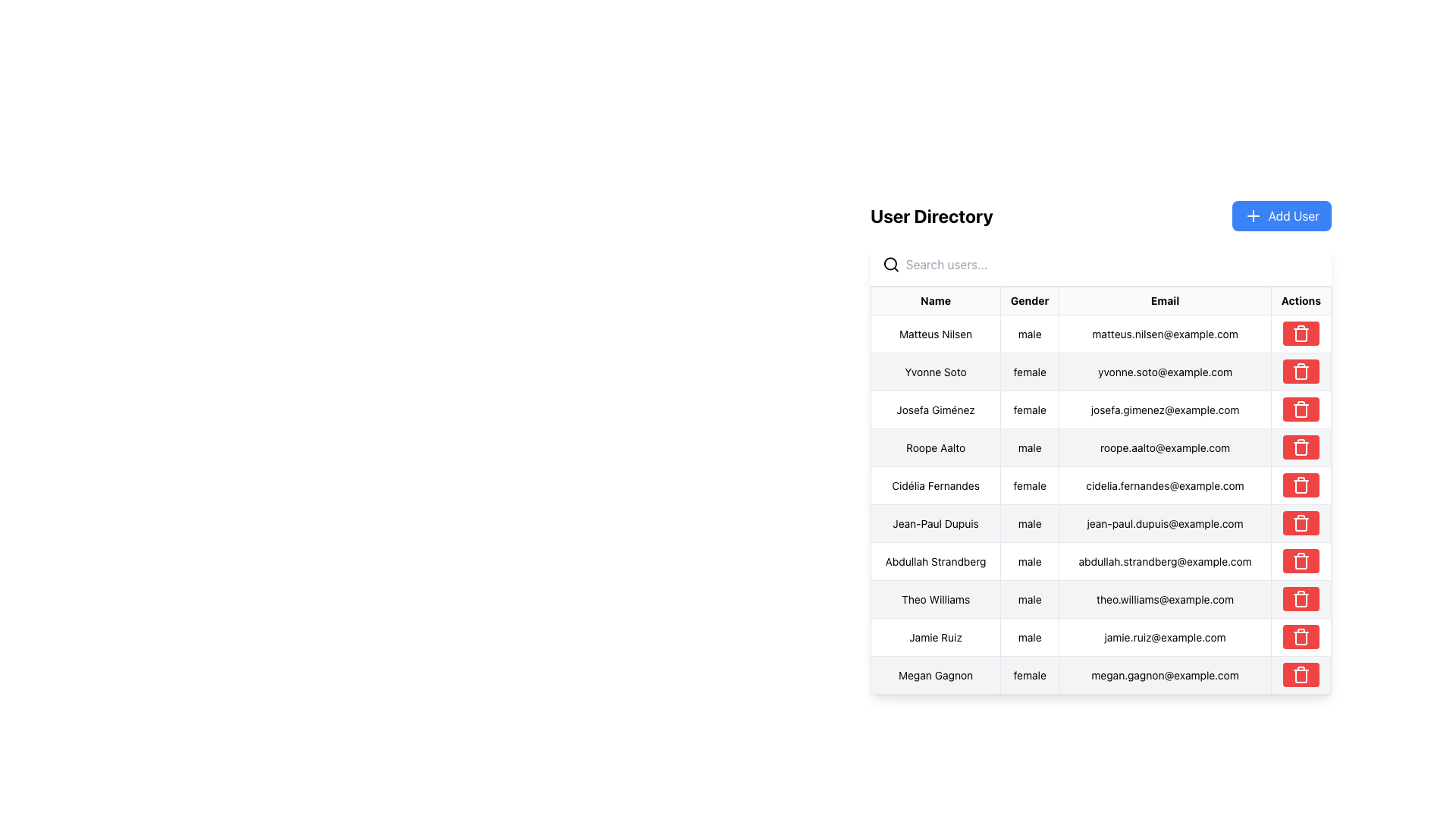 This screenshot has height=819, width=1456. What do you see at coordinates (1164, 522) in the screenshot?
I see `email address displayed in the text label next to 'Jean-Paul Dupuis' in the user information row on the right side of the interface` at bounding box center [1164, 522].